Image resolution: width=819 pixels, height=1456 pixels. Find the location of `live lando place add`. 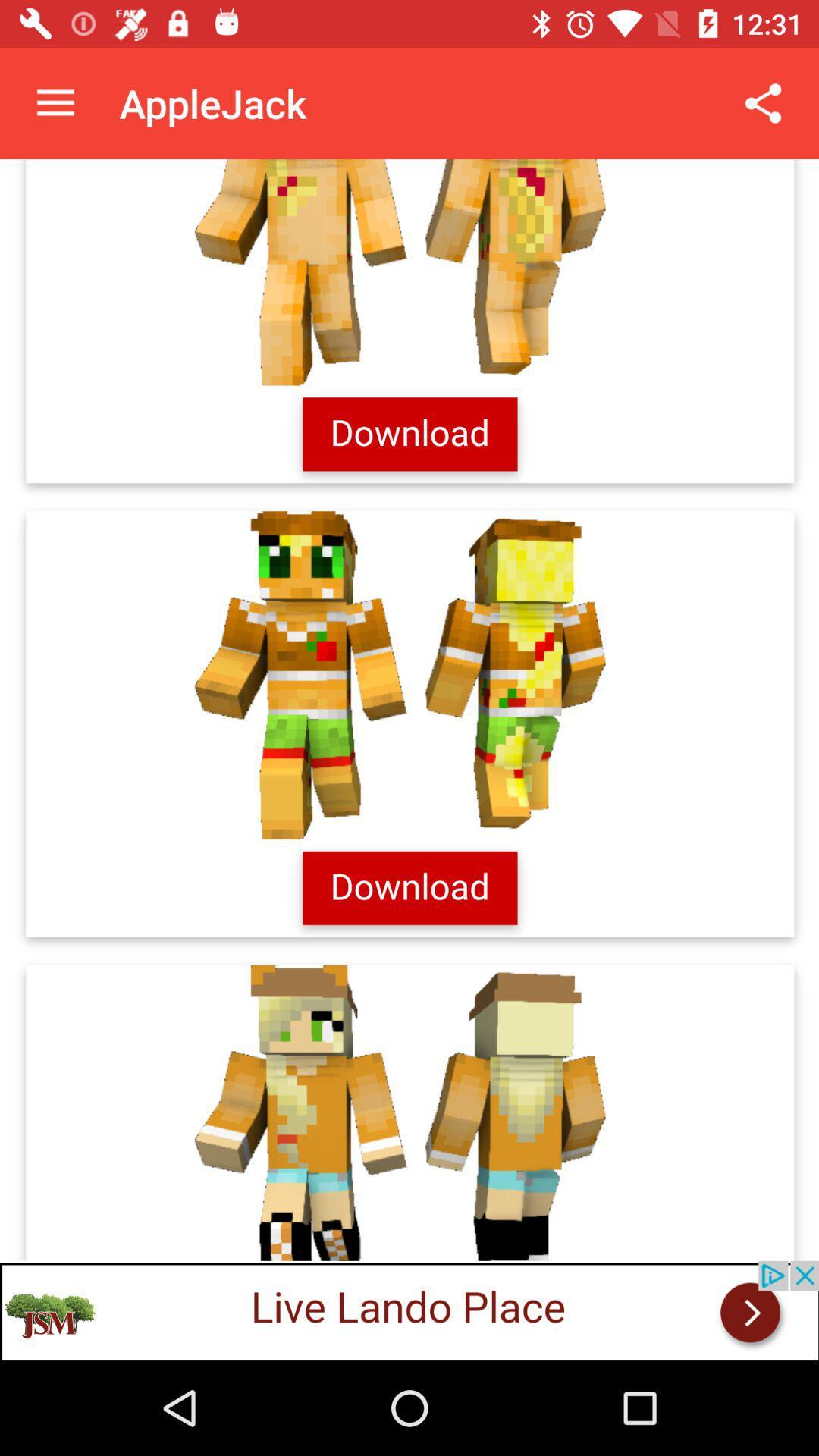

live lando place add is located at coordinates (409, 1310).